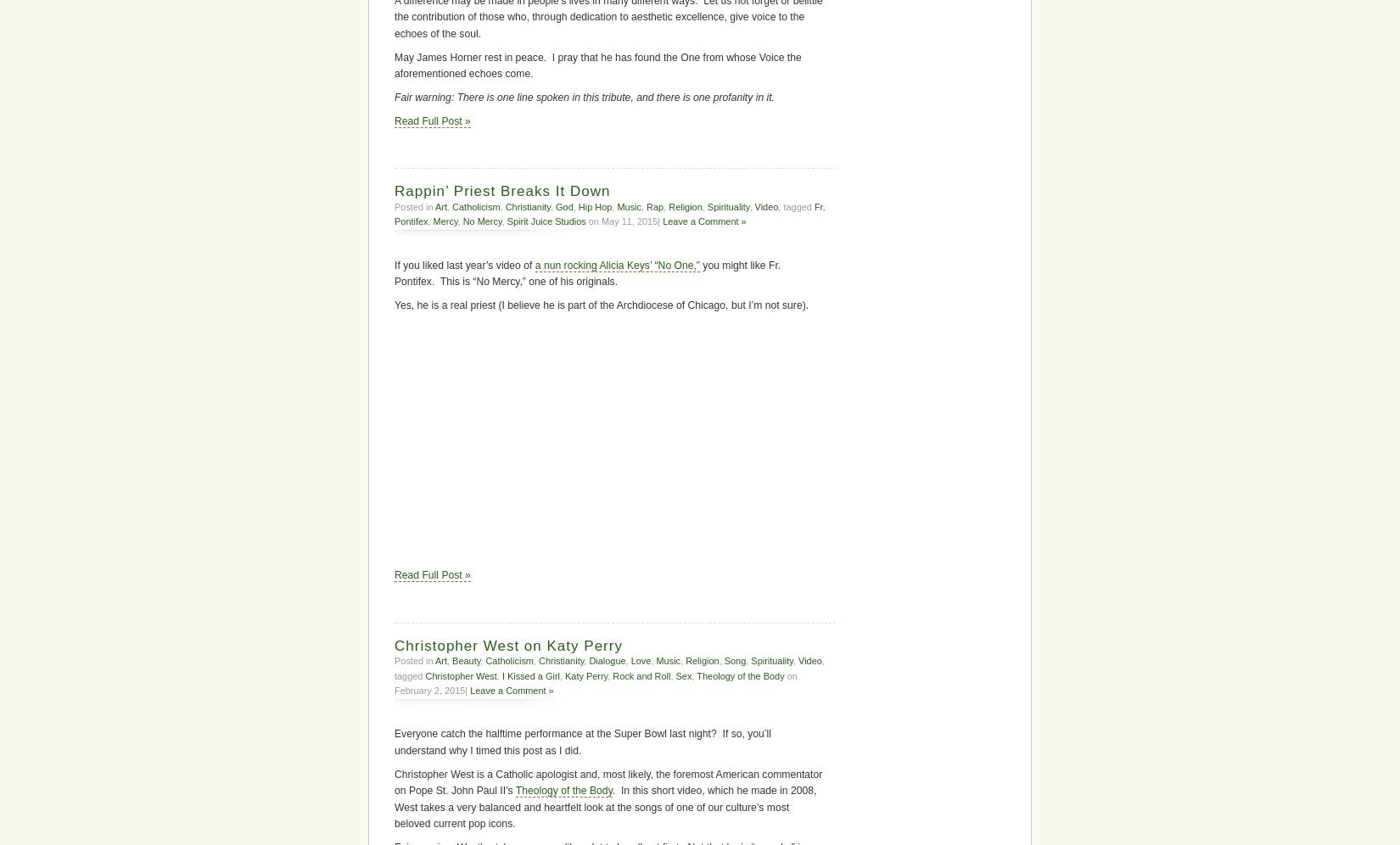  Describe the element at coordinates (606, 660) in the screenshot. I see `'Dialogue'` at that location.